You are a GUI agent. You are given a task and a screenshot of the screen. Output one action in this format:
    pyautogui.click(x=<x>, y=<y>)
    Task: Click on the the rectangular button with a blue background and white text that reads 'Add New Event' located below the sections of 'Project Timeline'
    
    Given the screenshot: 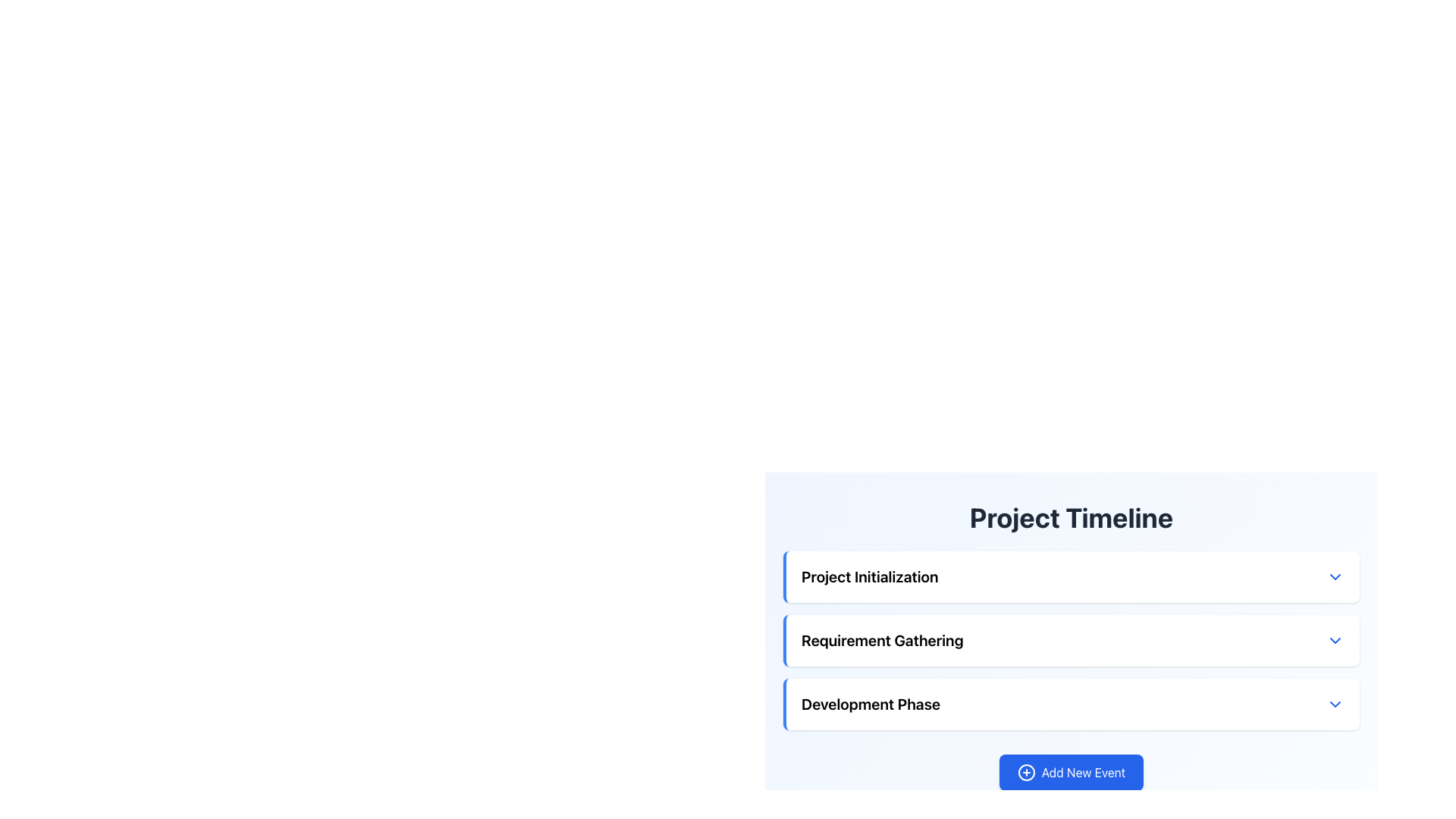 What is the action you would take?
    pyautogui.click(x=1070, y=772)
    